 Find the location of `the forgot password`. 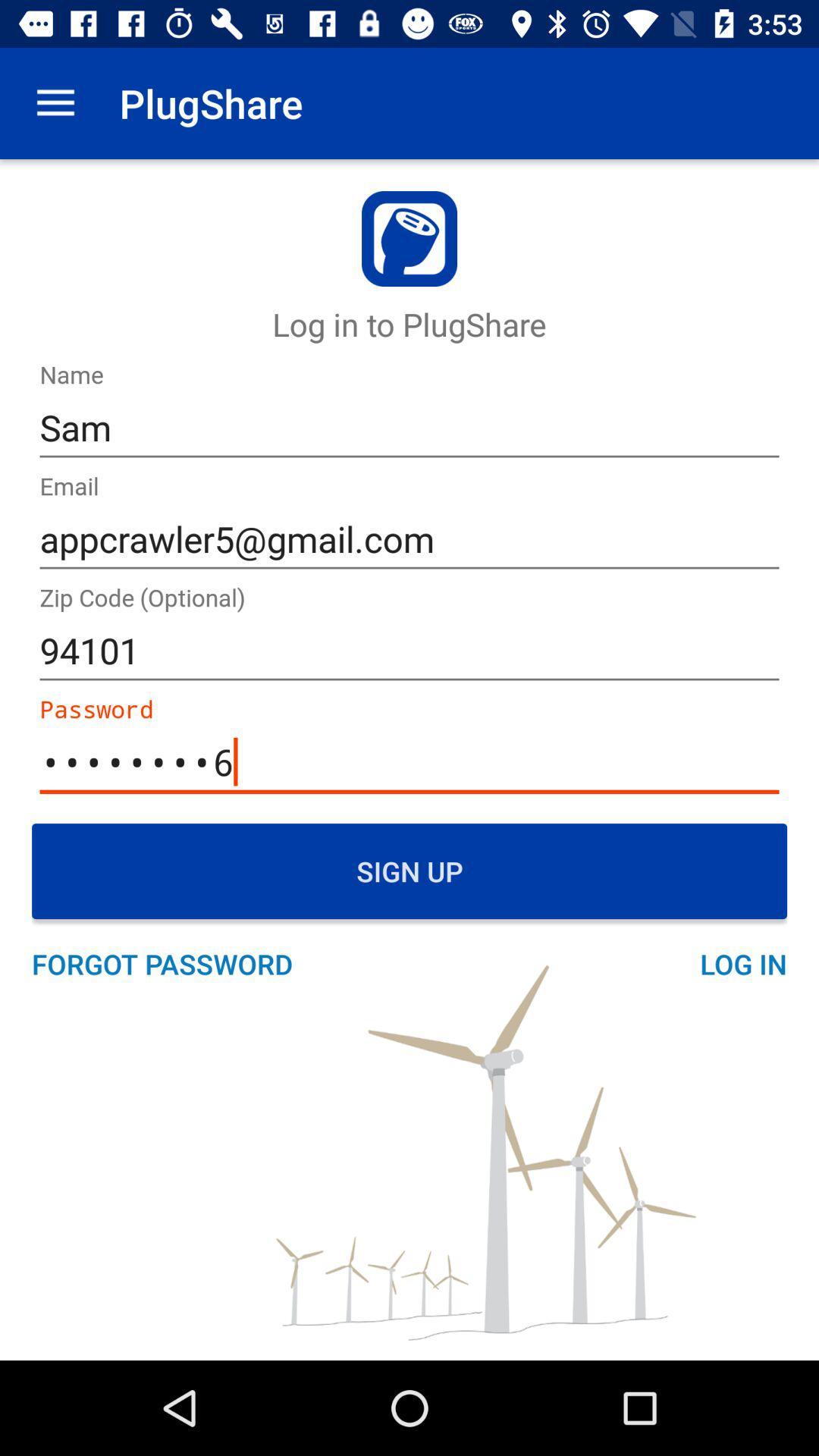

the forgot password is located at coordinates (170, 963).